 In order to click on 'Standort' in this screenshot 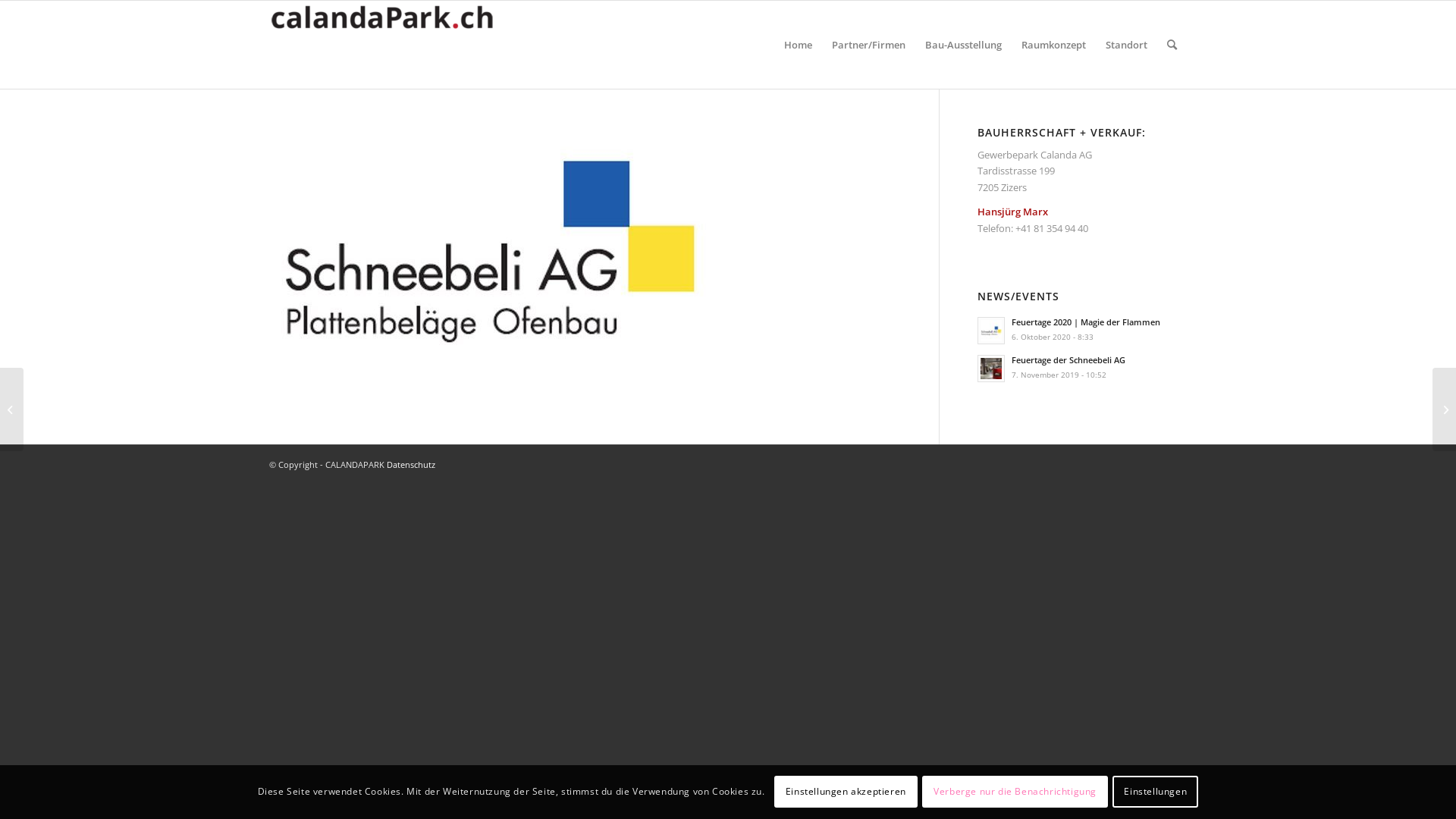, I will do `click(1126, 43)`.